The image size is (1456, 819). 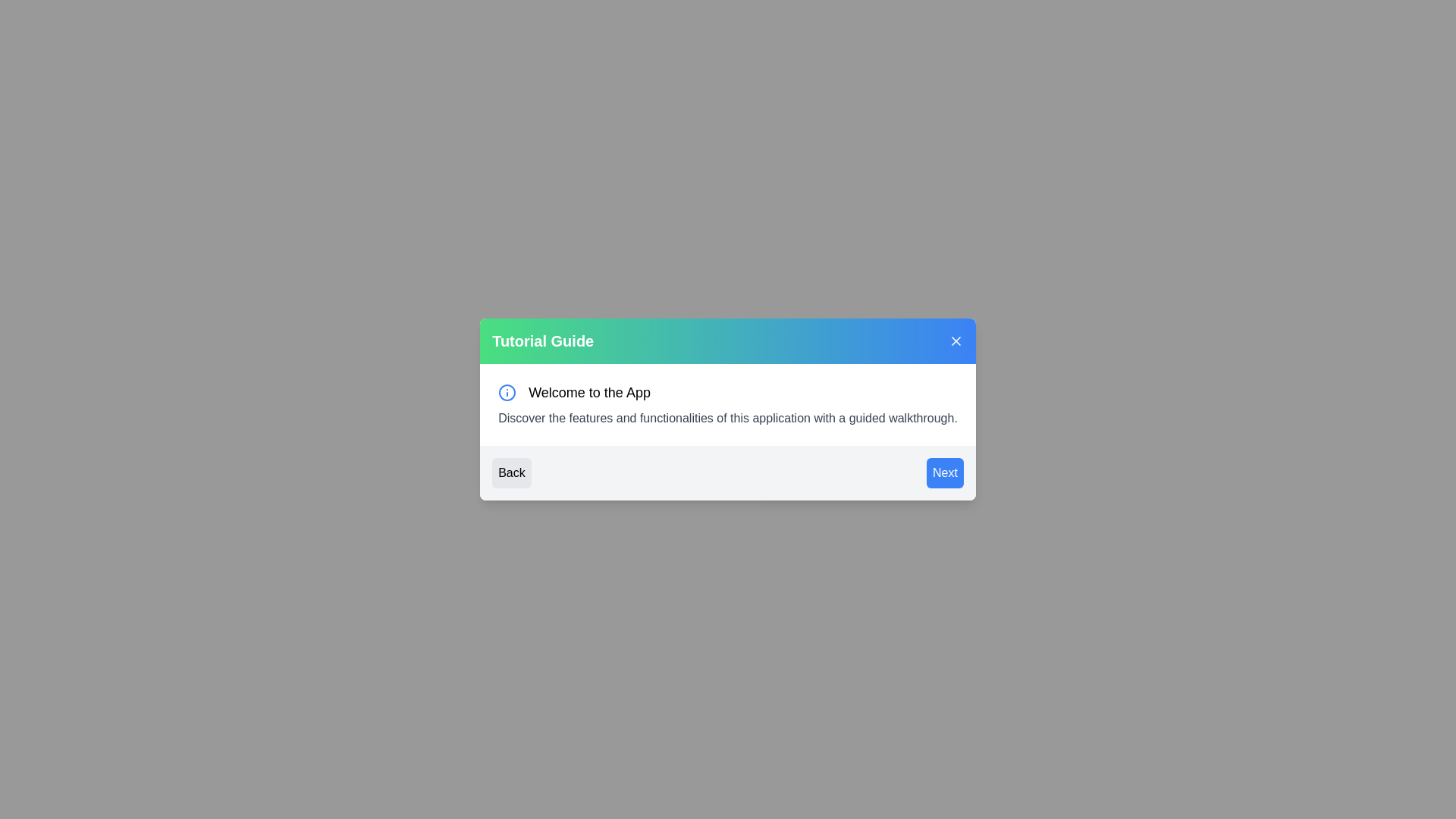 I want to click on the 'Back' button with a light gray background and rounded corners to observe the background change effect, so click(x=511, y=472).